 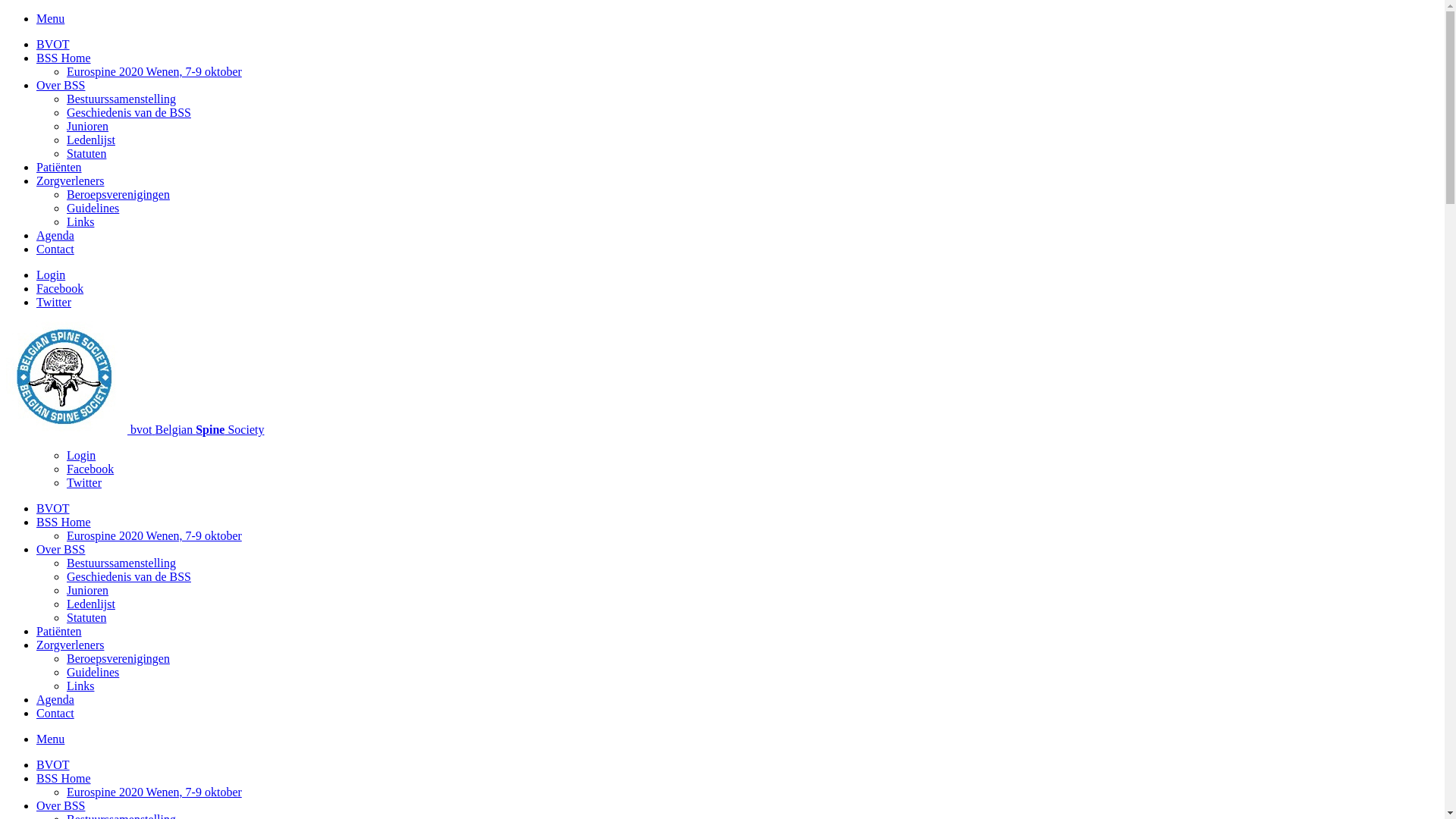 I want to click on 'Twitter', so click(x=83, y=482).